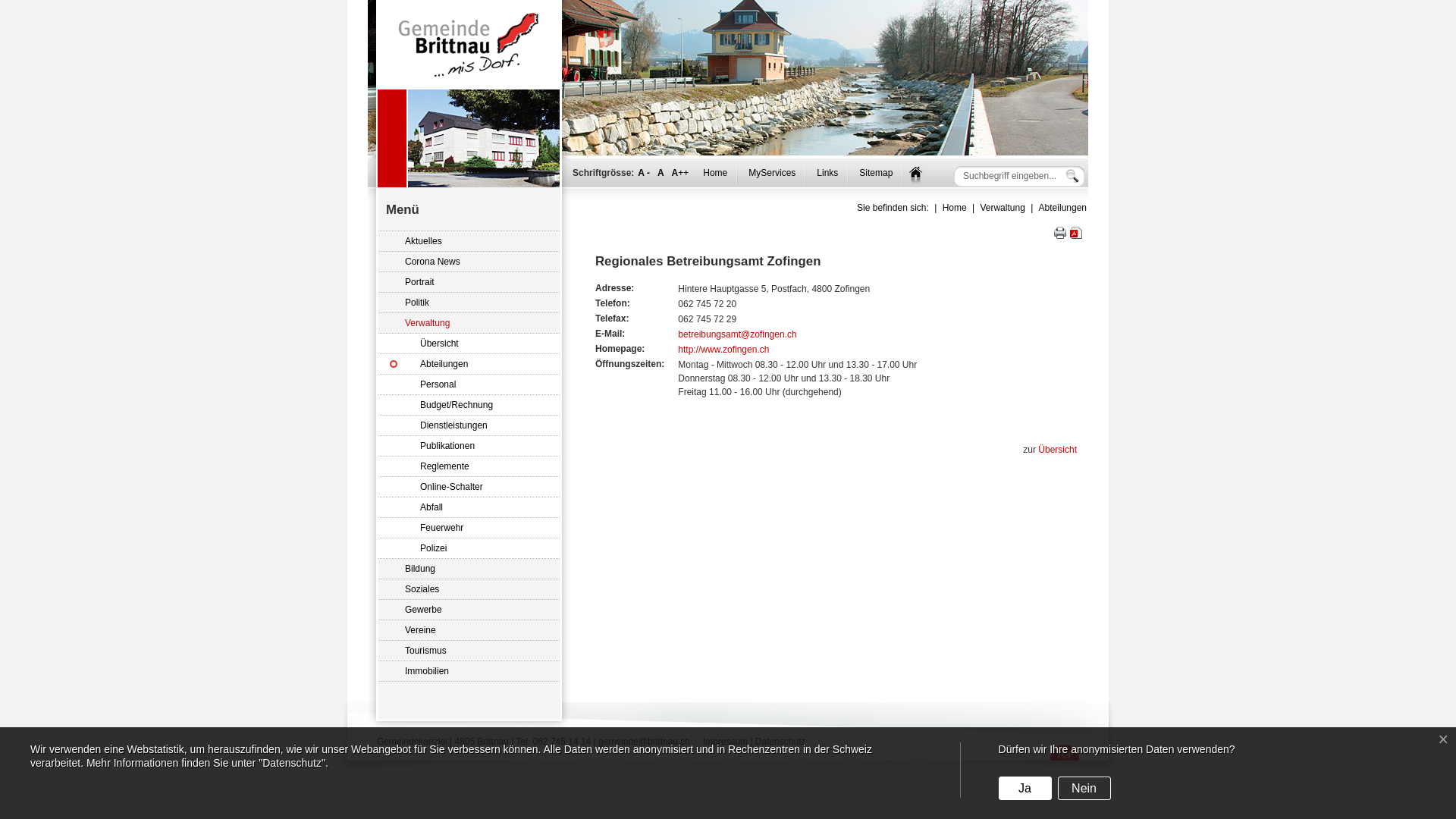  What do you see at coordinates (679, 171) in the screenshot?
I see `'A++'` at bounding box center [679, 171].